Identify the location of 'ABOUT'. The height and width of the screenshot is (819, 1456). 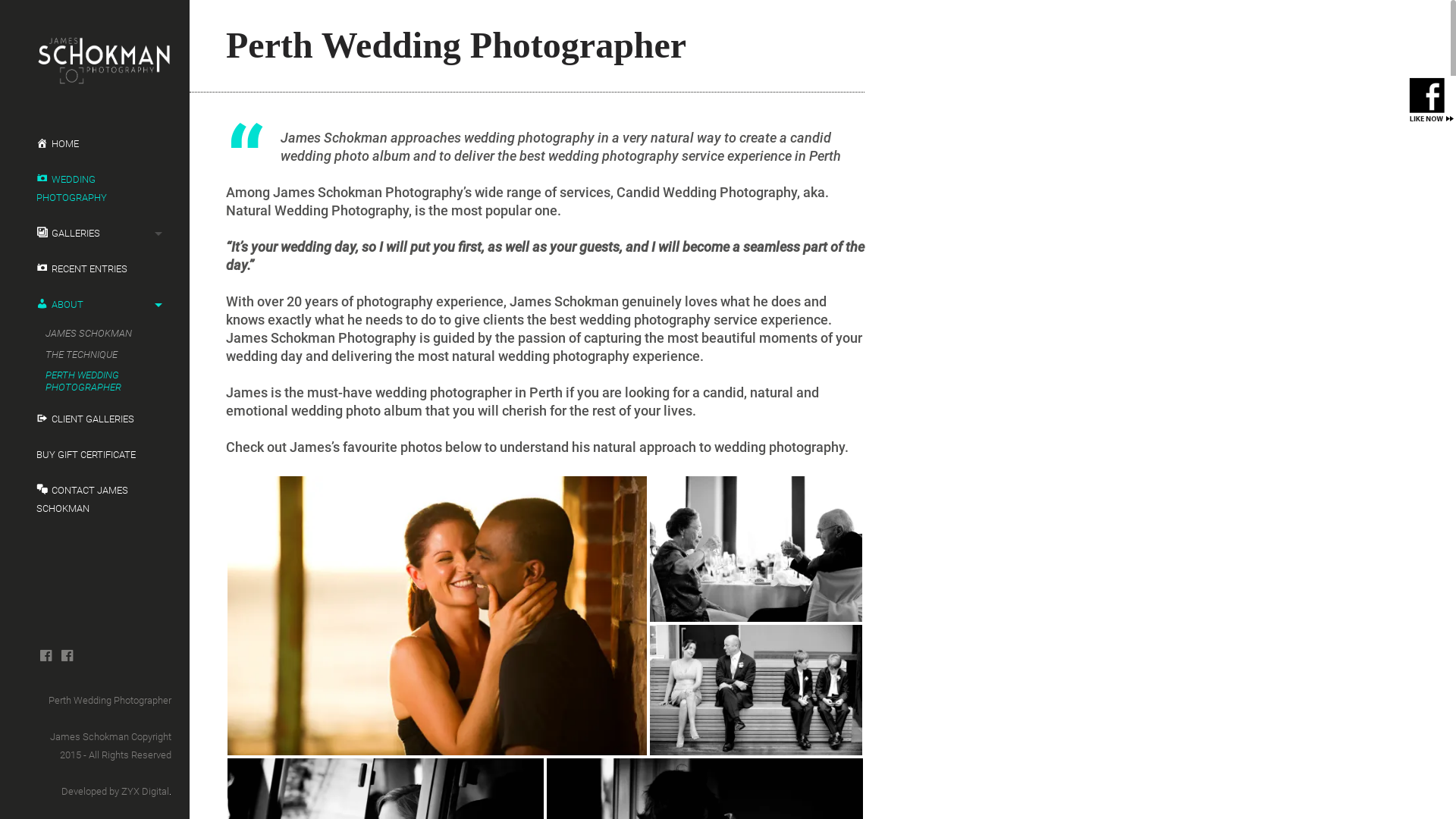
(93, 304).